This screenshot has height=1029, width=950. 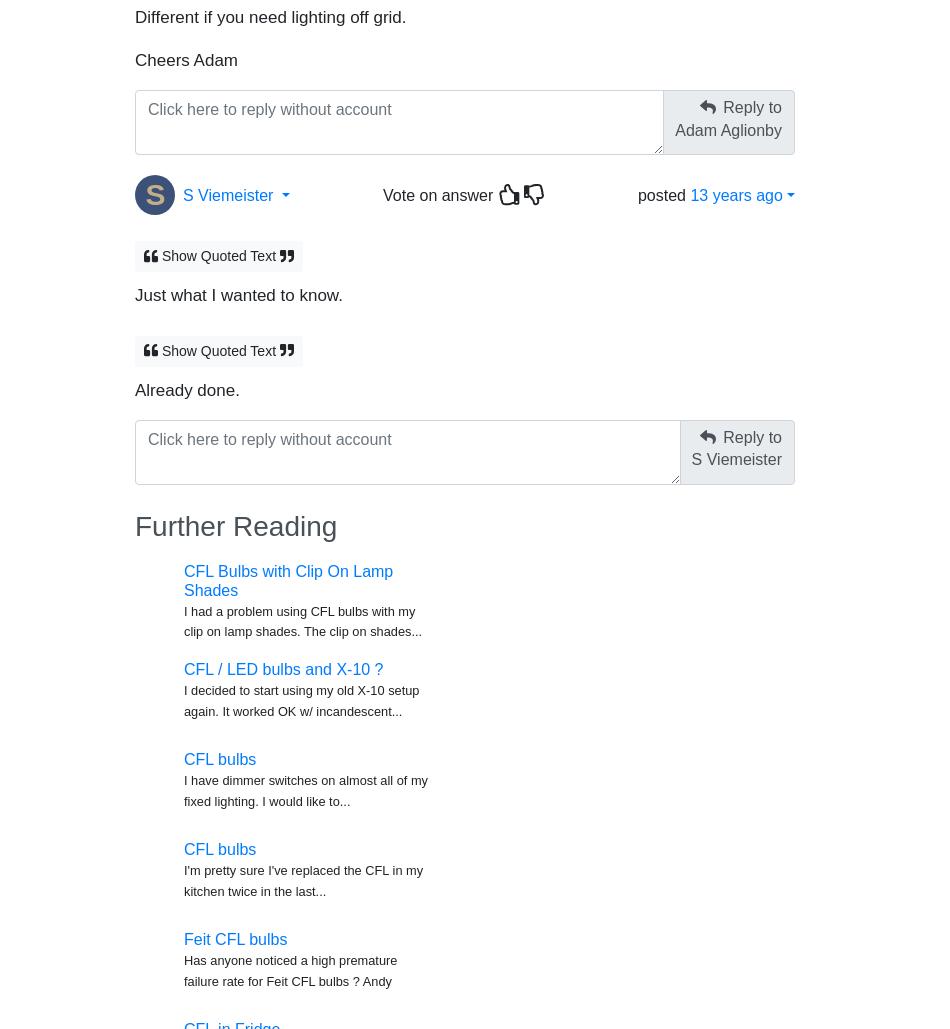 I want to click on 'Feit CFL bulbs', so click(x=235, y=929).